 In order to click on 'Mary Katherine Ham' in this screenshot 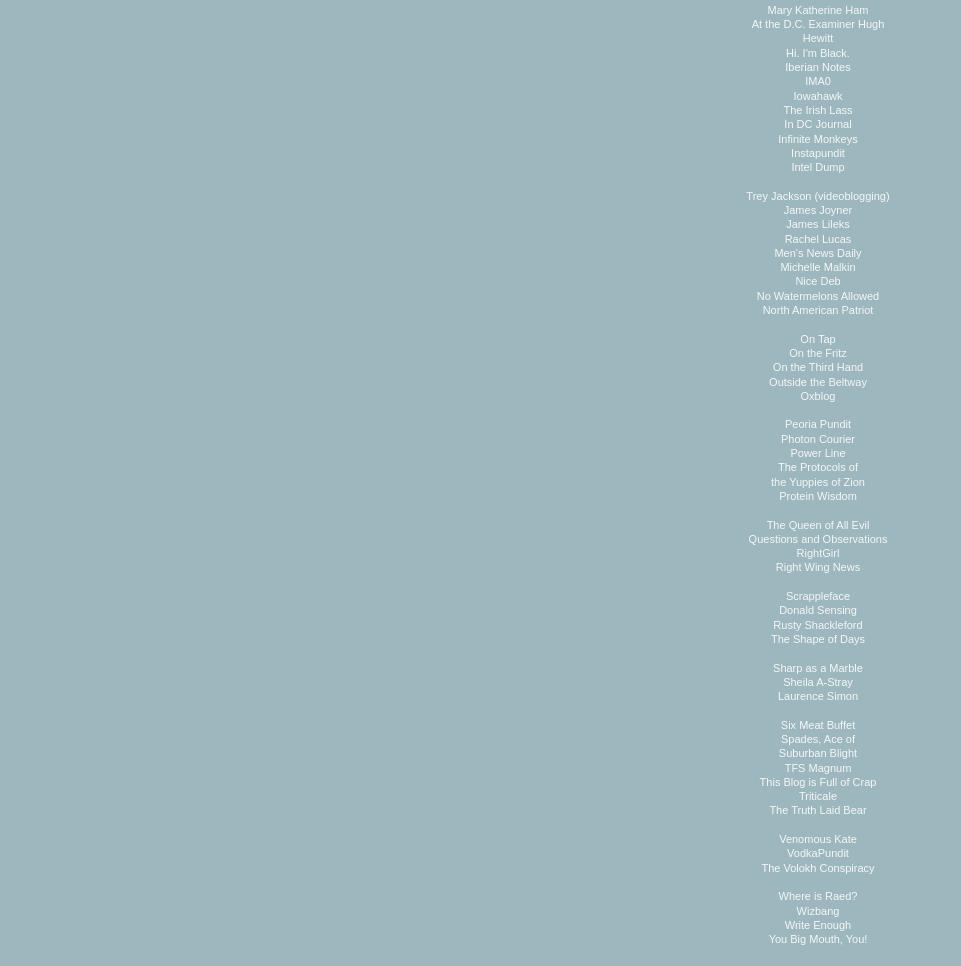, I will do `click(817, 7)`.